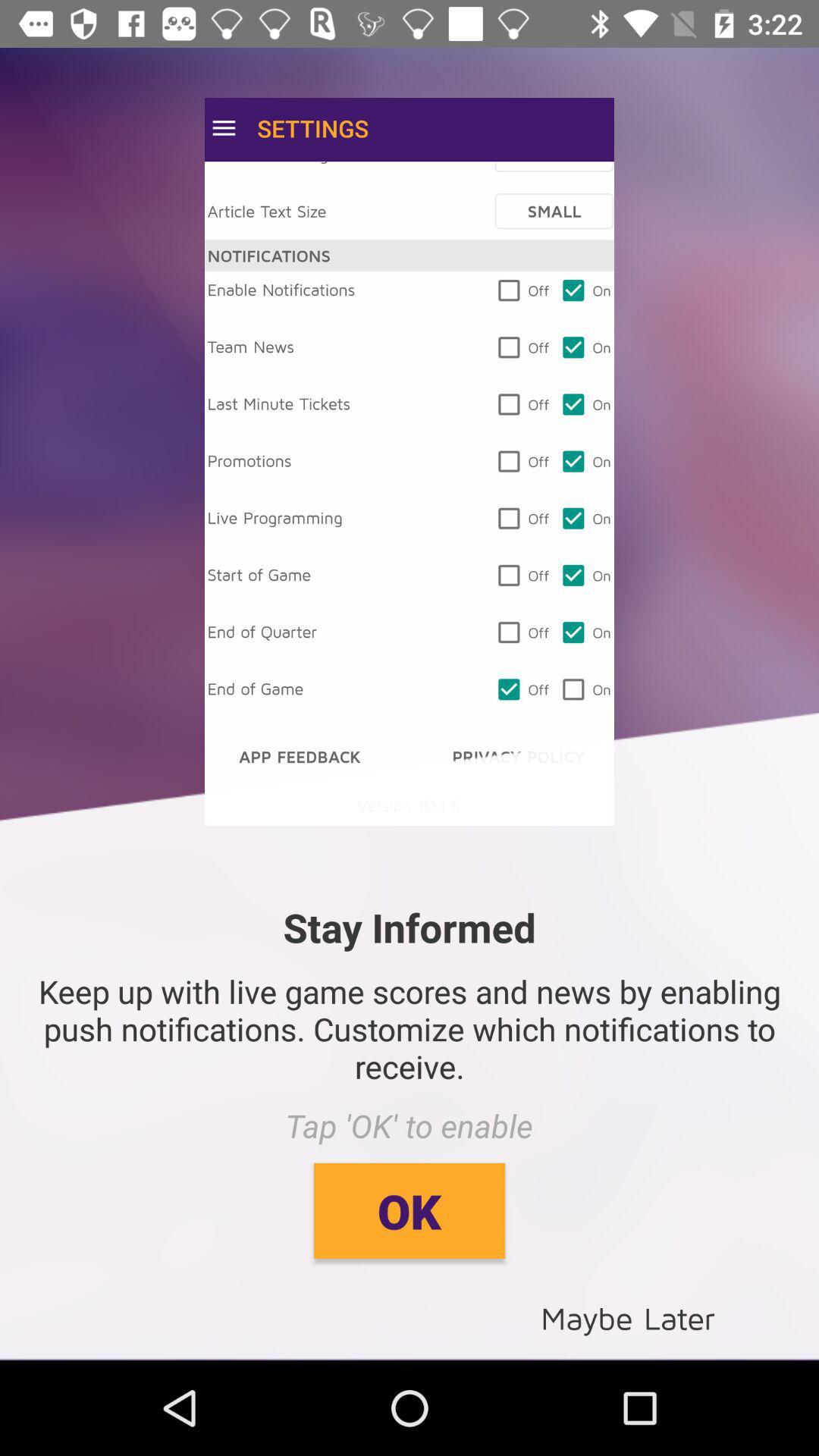  What do you see at coordinates (628, 1316) in the screenshot?
I see `the item below ok item` at bounding box center [628, 1316].